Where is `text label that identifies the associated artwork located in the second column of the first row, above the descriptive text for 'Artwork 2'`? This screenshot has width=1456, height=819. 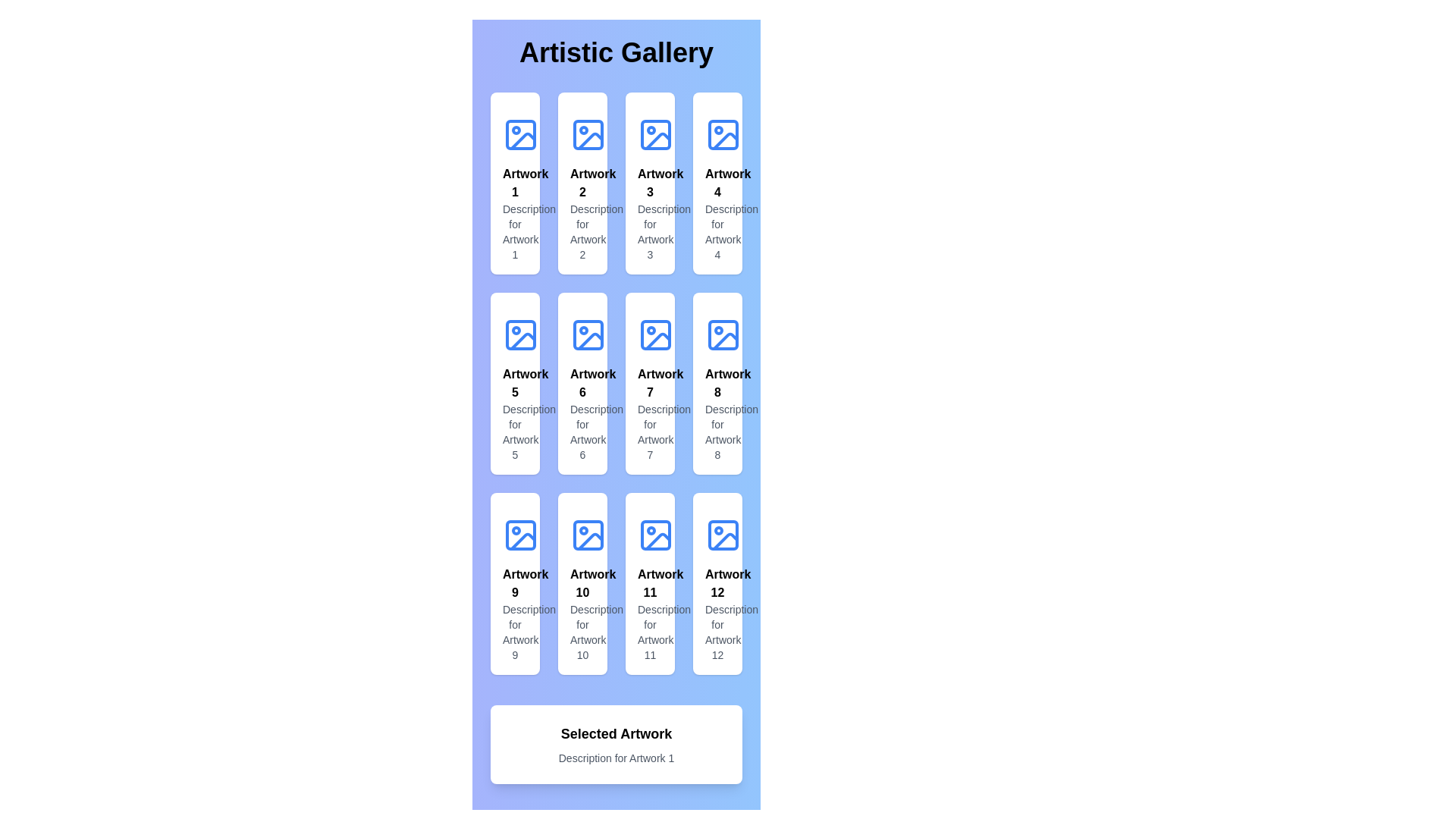
text label that identifies the associated artwork located in the second column of the first row, above the descriptive text for 'Artwork 2' is located at coordinates (582, 183).